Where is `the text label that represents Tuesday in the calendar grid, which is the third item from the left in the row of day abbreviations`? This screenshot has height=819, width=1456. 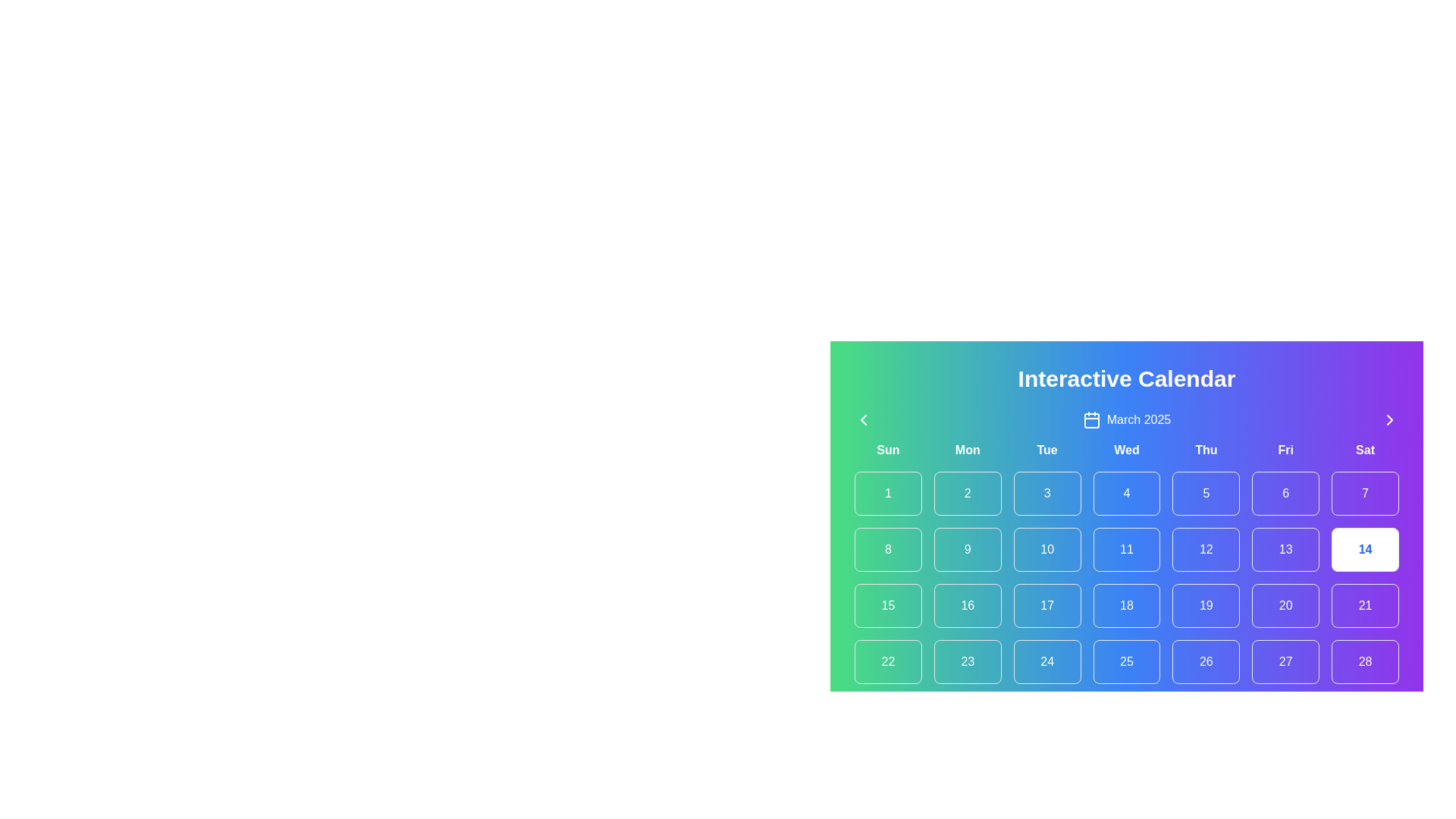
the text label that represents Tuesday in the calendar grid, which is the third item from the left in the row of day abbreviations is located at coordinates (1046, 450).